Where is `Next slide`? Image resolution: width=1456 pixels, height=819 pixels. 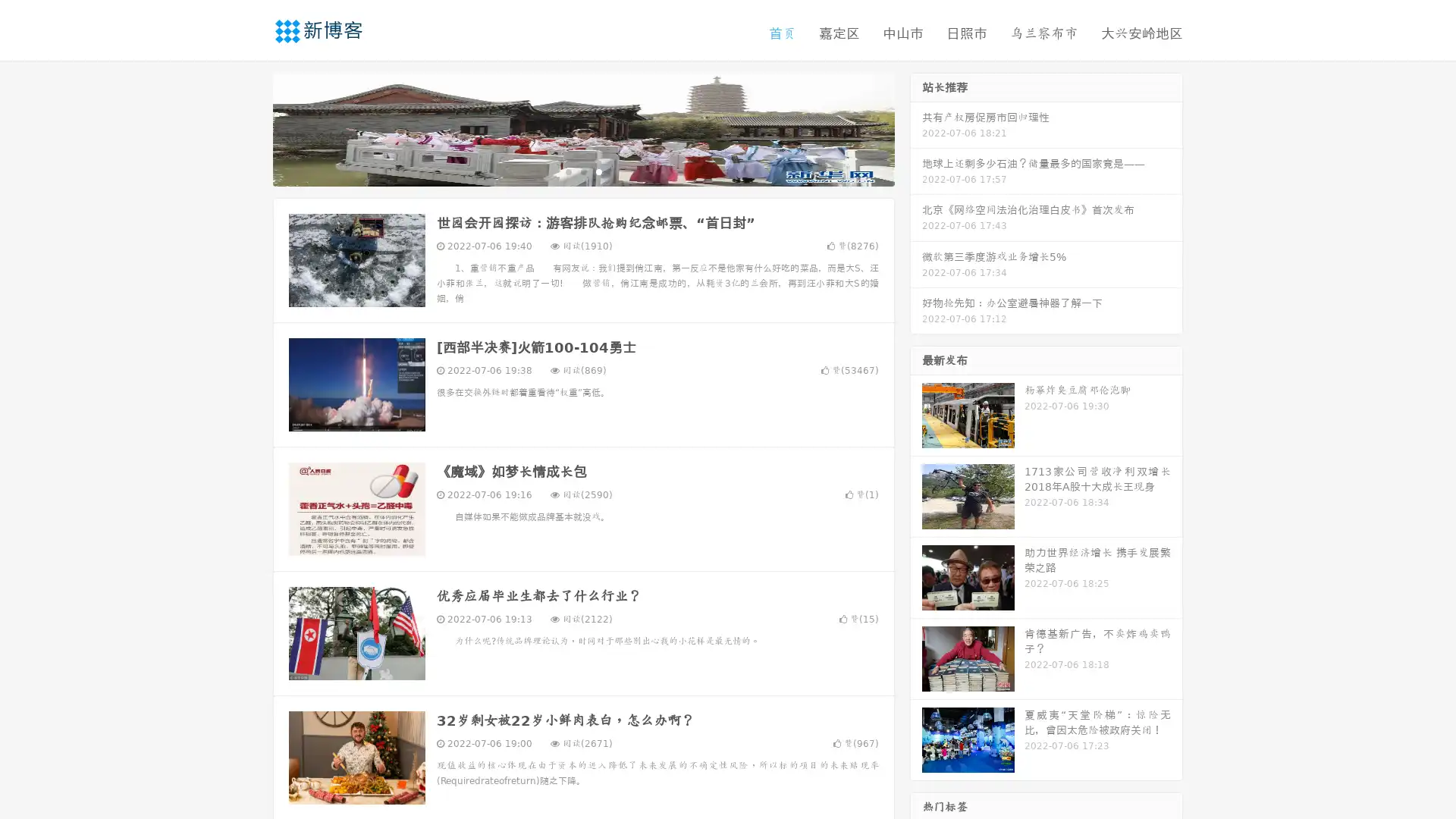 Next slide is located at coordinates (916, 127).